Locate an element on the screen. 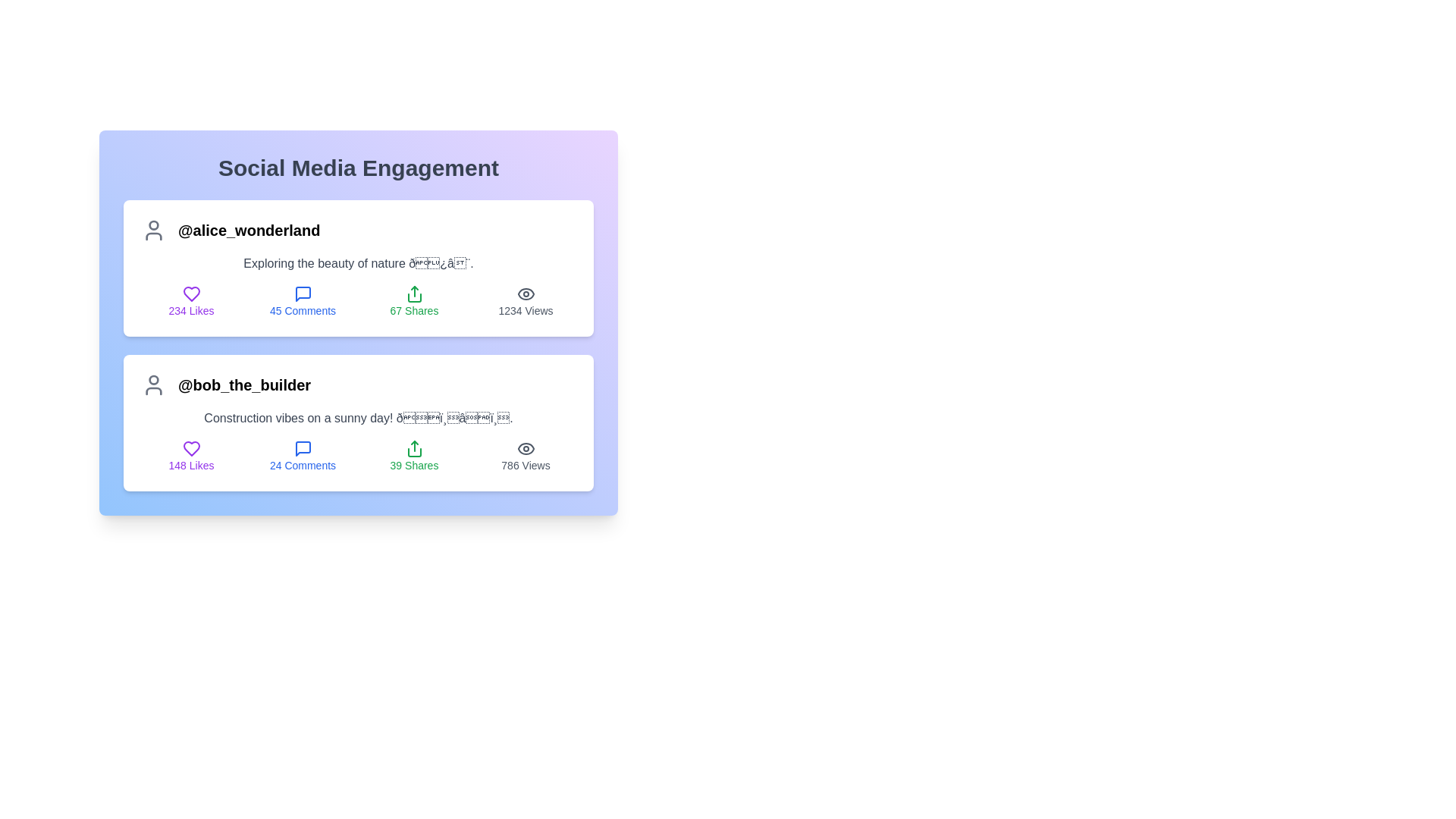 Image resolution: width=1456 pixels, height=819 pixels. the '67 Shares' button to initiate a share action for the associated content is located at coordinates (414, 301).